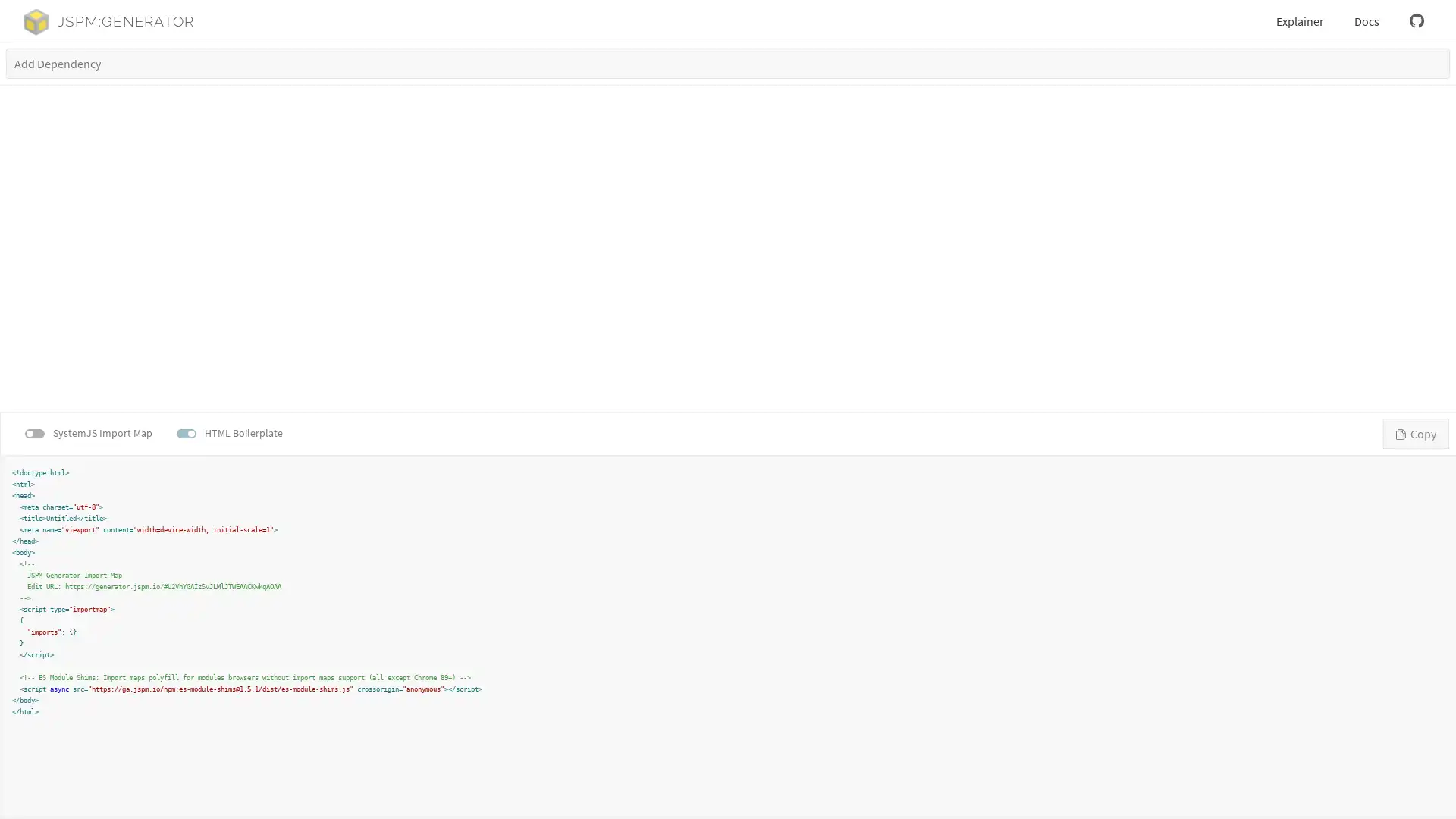 The height and width of the screenshot is (819, 1456). Describe the element at coordinates (1415, 433) in the screenshot. I see `Copy` at that location.